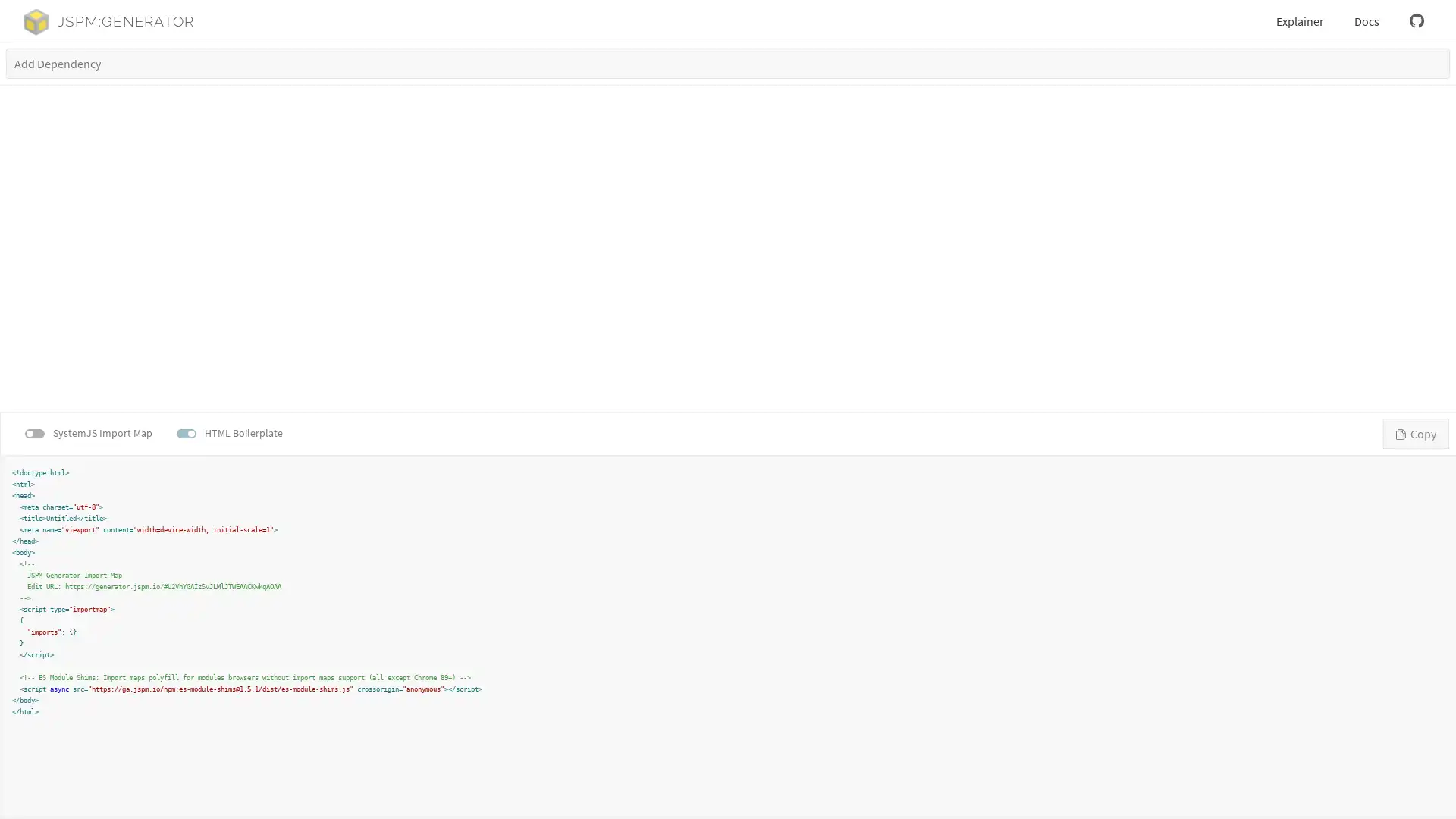 The height and width of the screenshot is (819, 1456). Describe the element at coordinates (1415, 433) in the screenshot. I see `Copy` at that location.